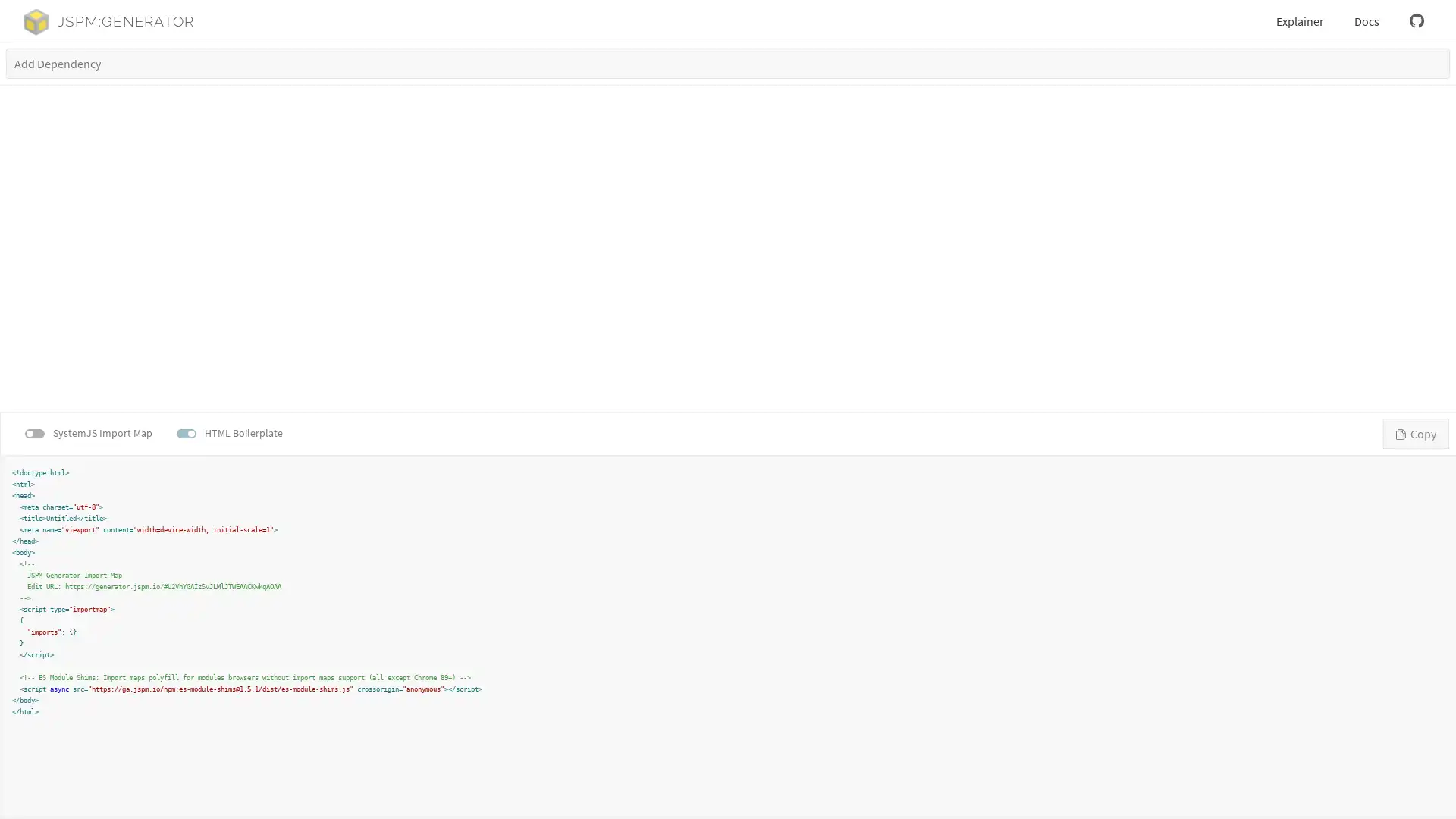 The height and width of the screenshot is (819, 1456). Describe the element at coordinates (1415, 433) in the screenshot. I see `Copy` at that location.